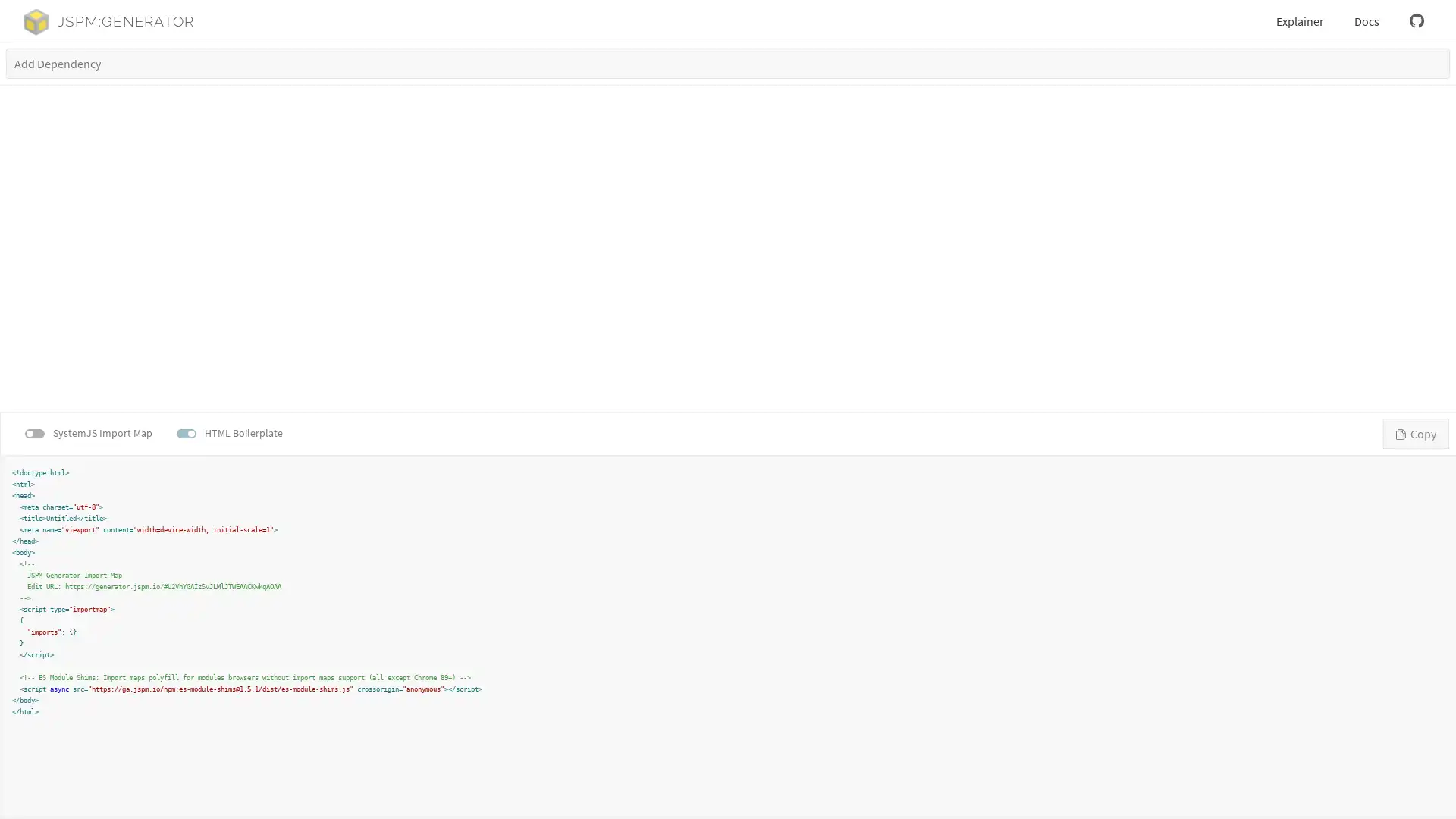 The height and width of the screenshot is (819, 1456). Describe the element at coordinates (1415, 433) in the screenshot. I see `Copy` at that location.